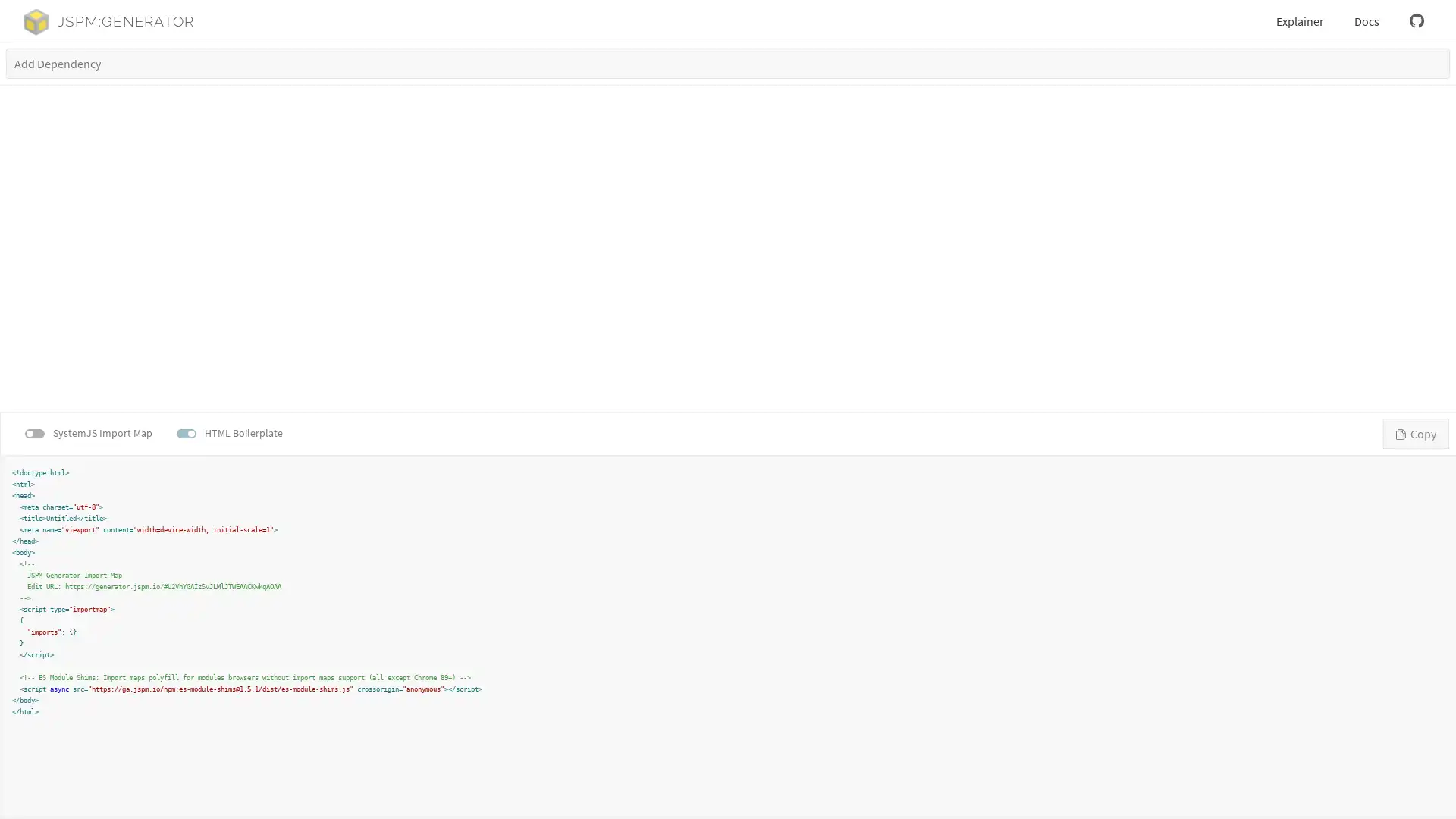 The height and width of the screenshot is (819, 1456). Describe the element at coordinates (1415, 433) in the screenshot. I see `Copy` at that location.